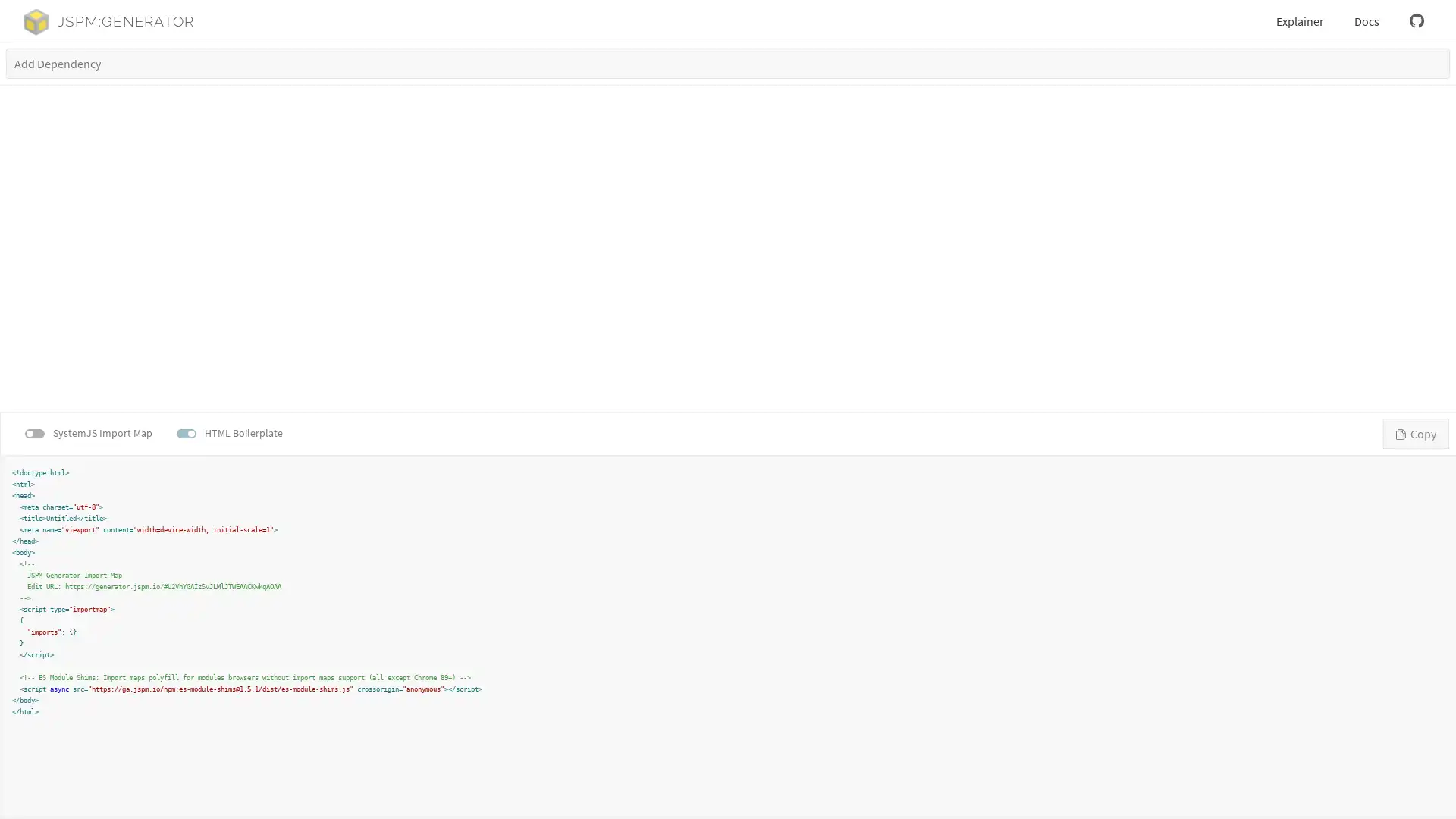 The height and width of the screenshot is (819, 1456). Describe the element at coordinates (1415, 433) in the screenshot. I see `Copy` at that location.